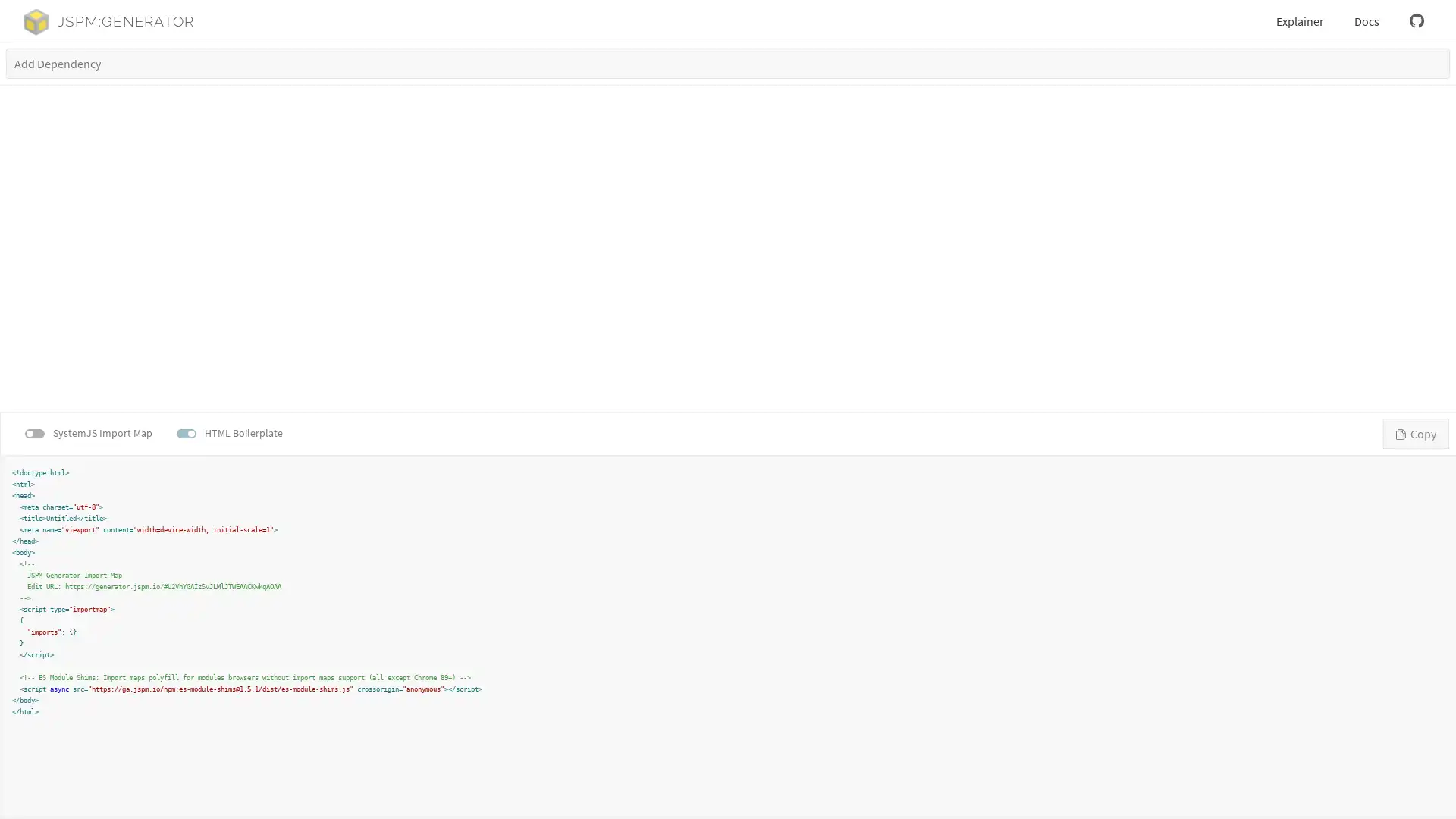 The height and width of the screenshot is (819, 1456). Describe the element at coordinates (1415, 433) in the screenshot. I see `Copy` at that location.